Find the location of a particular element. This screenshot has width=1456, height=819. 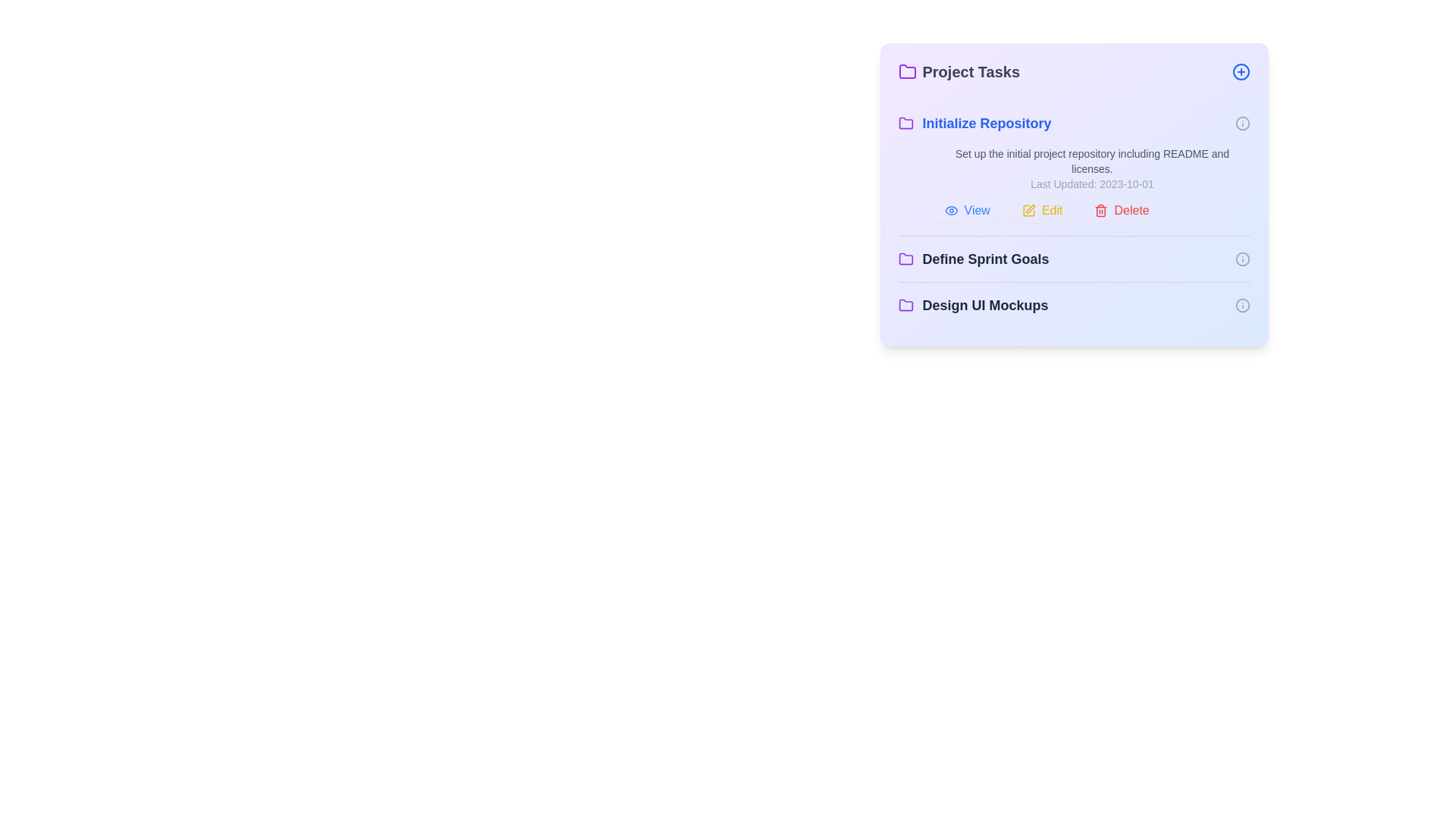

the folder icon located to the left of the text 'Define Sprint Goals' to visually interpret its content is located at coordinates (905, 259).